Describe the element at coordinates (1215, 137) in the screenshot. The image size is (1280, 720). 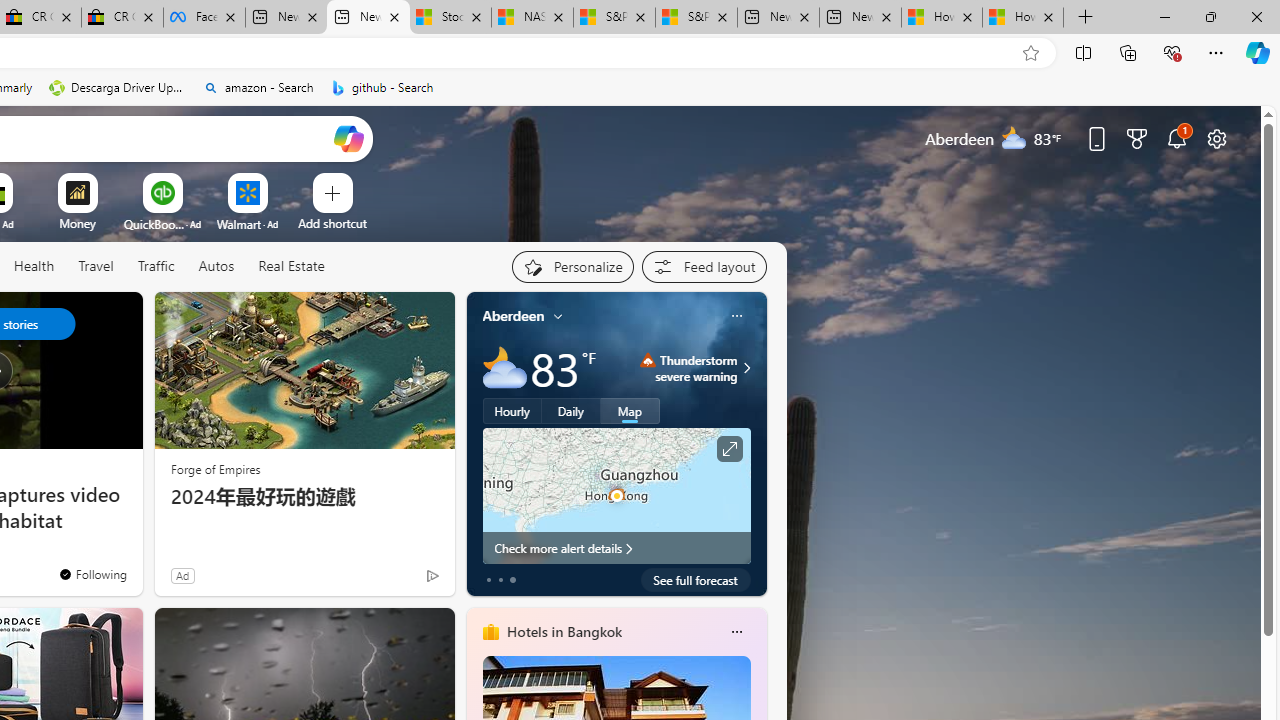
I see `'Page settings'` at that location.